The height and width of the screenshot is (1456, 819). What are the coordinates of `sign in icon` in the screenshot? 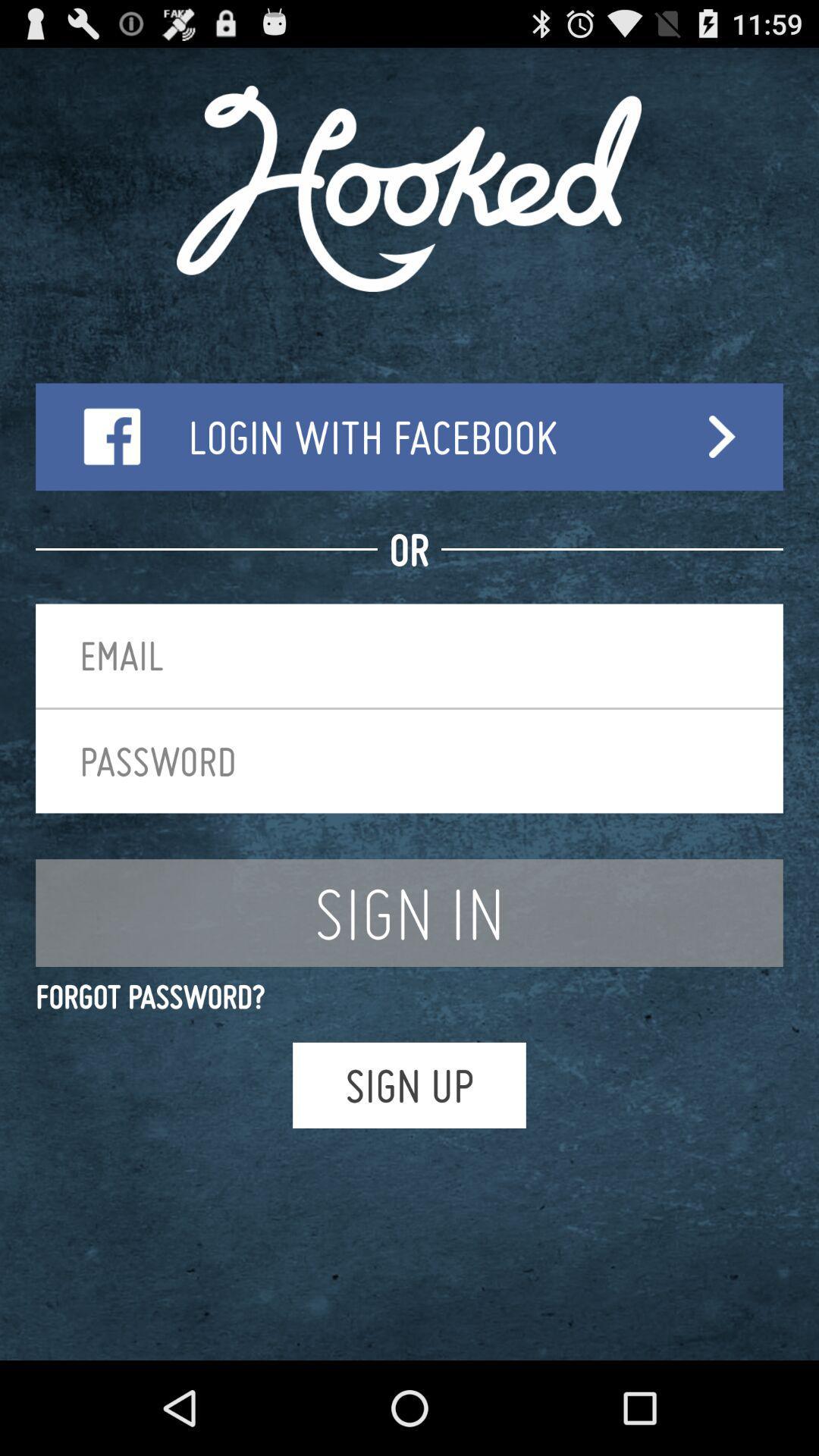 It's located at (409, 912).